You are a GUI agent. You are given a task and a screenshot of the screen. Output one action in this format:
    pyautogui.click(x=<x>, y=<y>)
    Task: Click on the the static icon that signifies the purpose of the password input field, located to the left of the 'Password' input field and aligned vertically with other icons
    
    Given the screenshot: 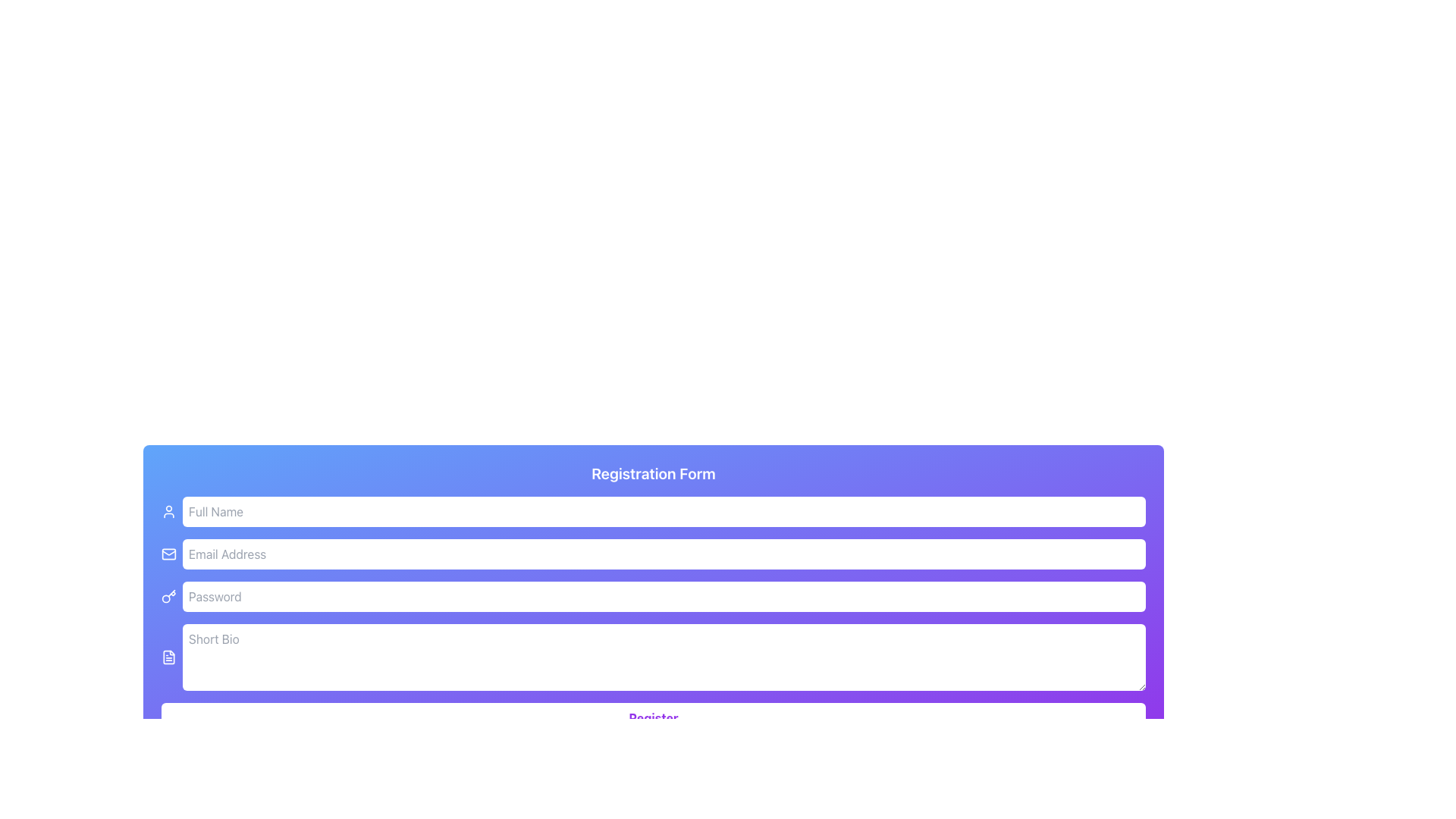 What is the action you would take?
    pyautogui.click(x=168, y=595)
    